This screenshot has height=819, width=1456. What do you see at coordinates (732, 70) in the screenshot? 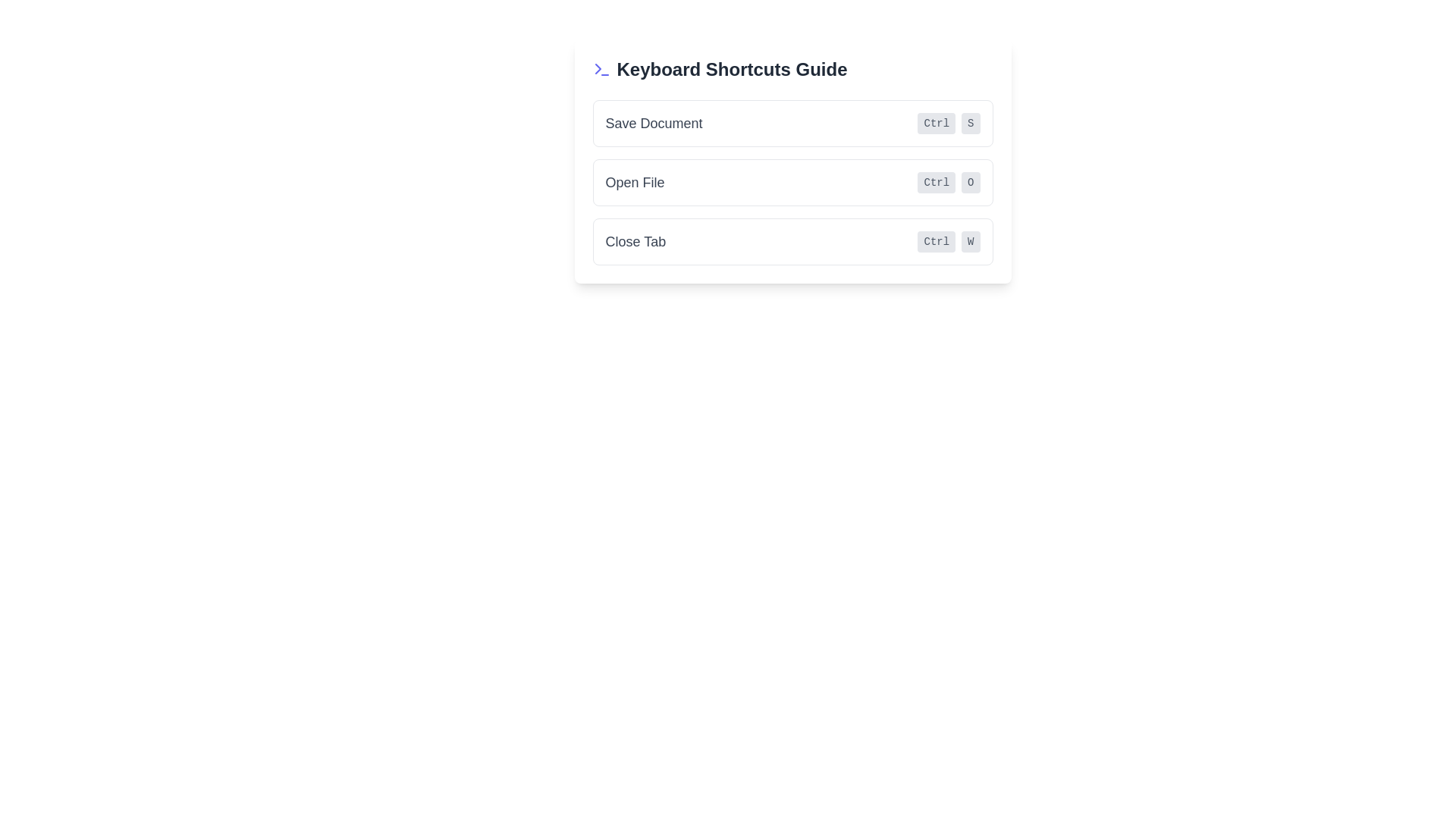
I see `the text 'Keyboard Shortcuts Guide' which is a prominent bold header displayed in dark-gray font at the top of the interface` at bounding box center [732, 70].